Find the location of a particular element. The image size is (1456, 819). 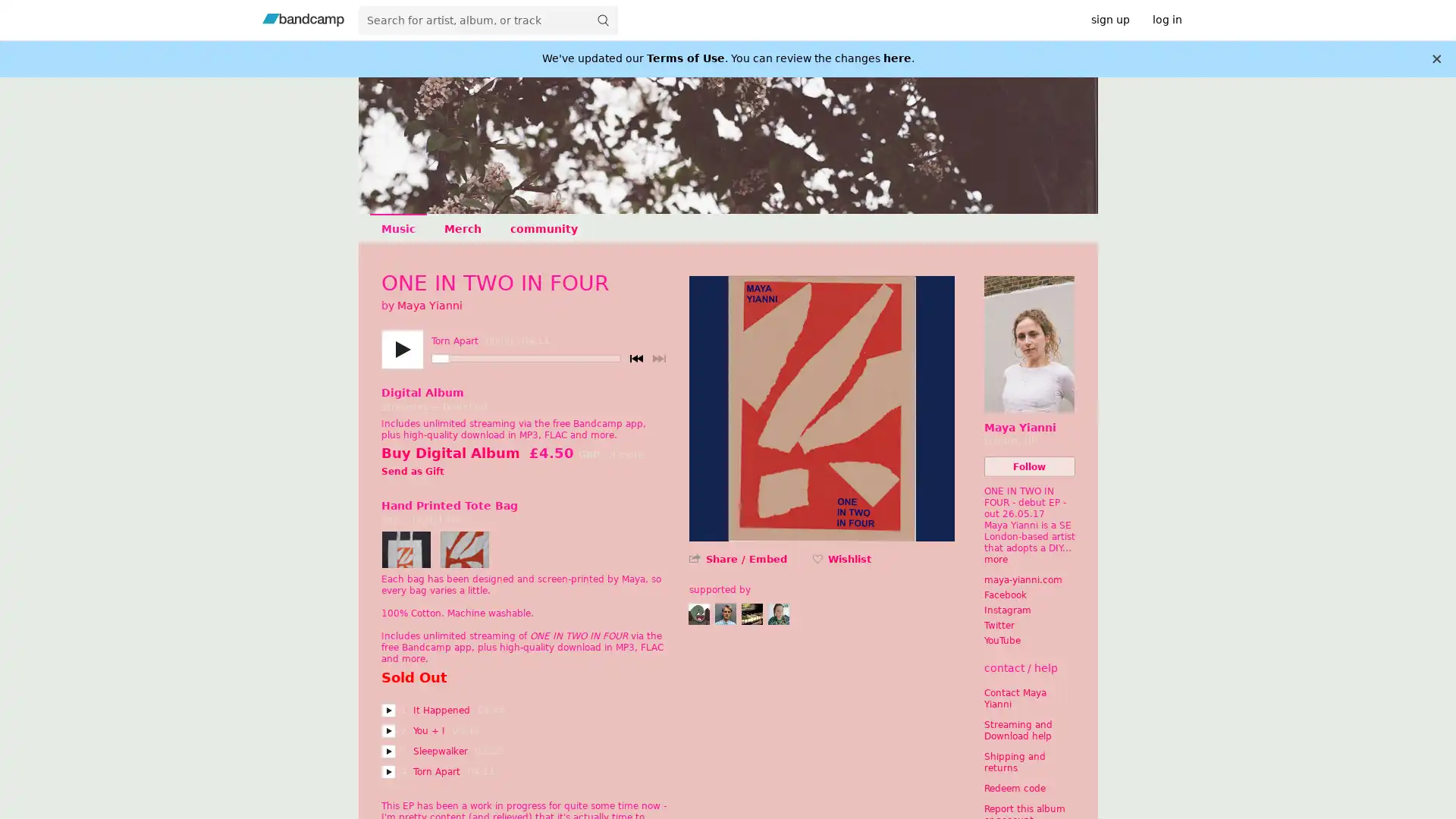

Buy Digital Album is located at coordinates (449, 452).